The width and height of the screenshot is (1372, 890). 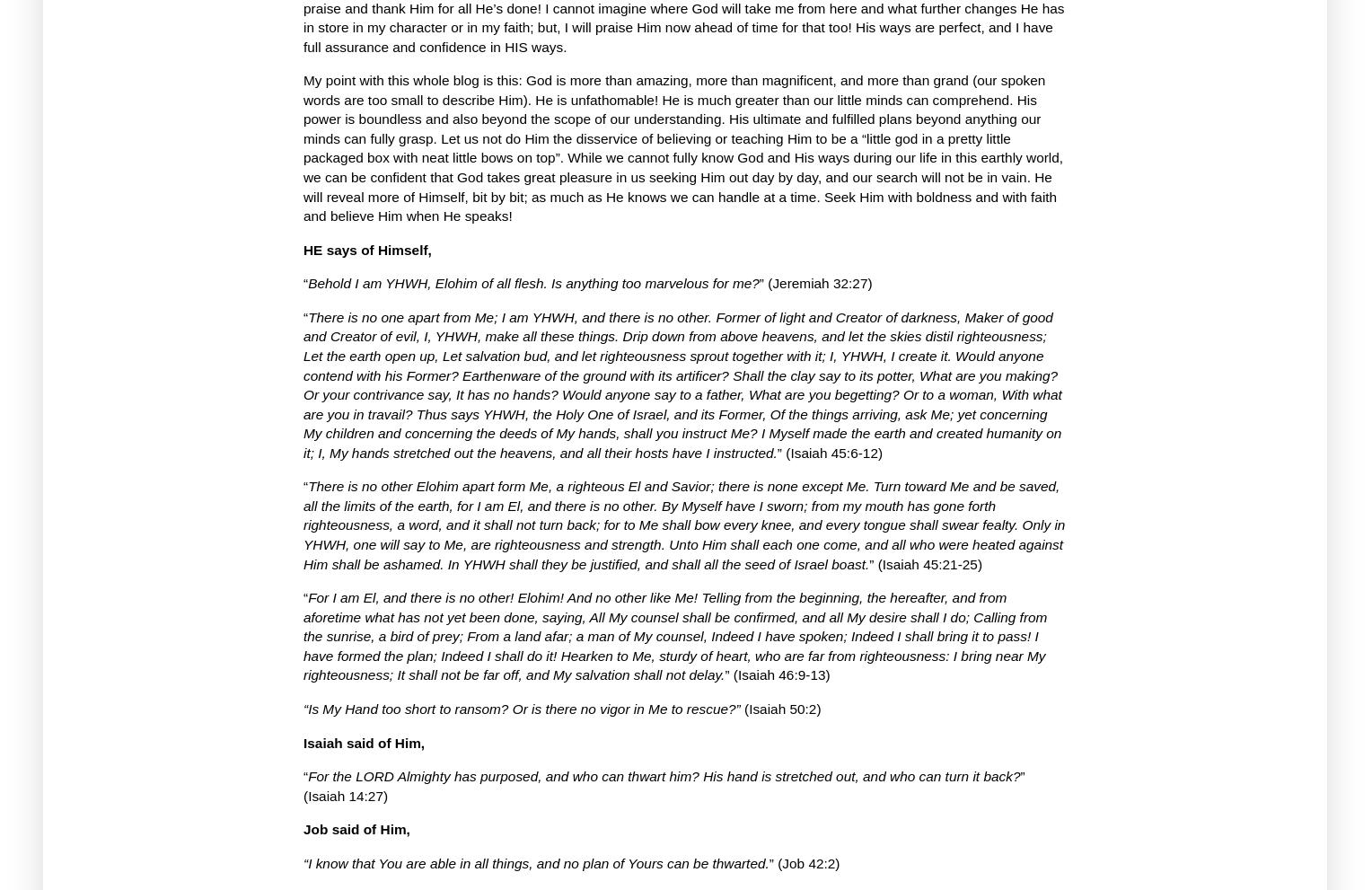 I want to click on 'For I am El, and there is no other!  Elohim! And no other like Me! Telling from the beginning, the hereafter, and from aforetime what has not yet been done, saying, All My counsel shall be confirmed, and all My desire shall I do; Calling from the sunrise, a bird of prey; From a land afar; a man of My counsel, Indeed I have spoken; Indeed I shall bring it to pass!', so click(x=673, y=616).